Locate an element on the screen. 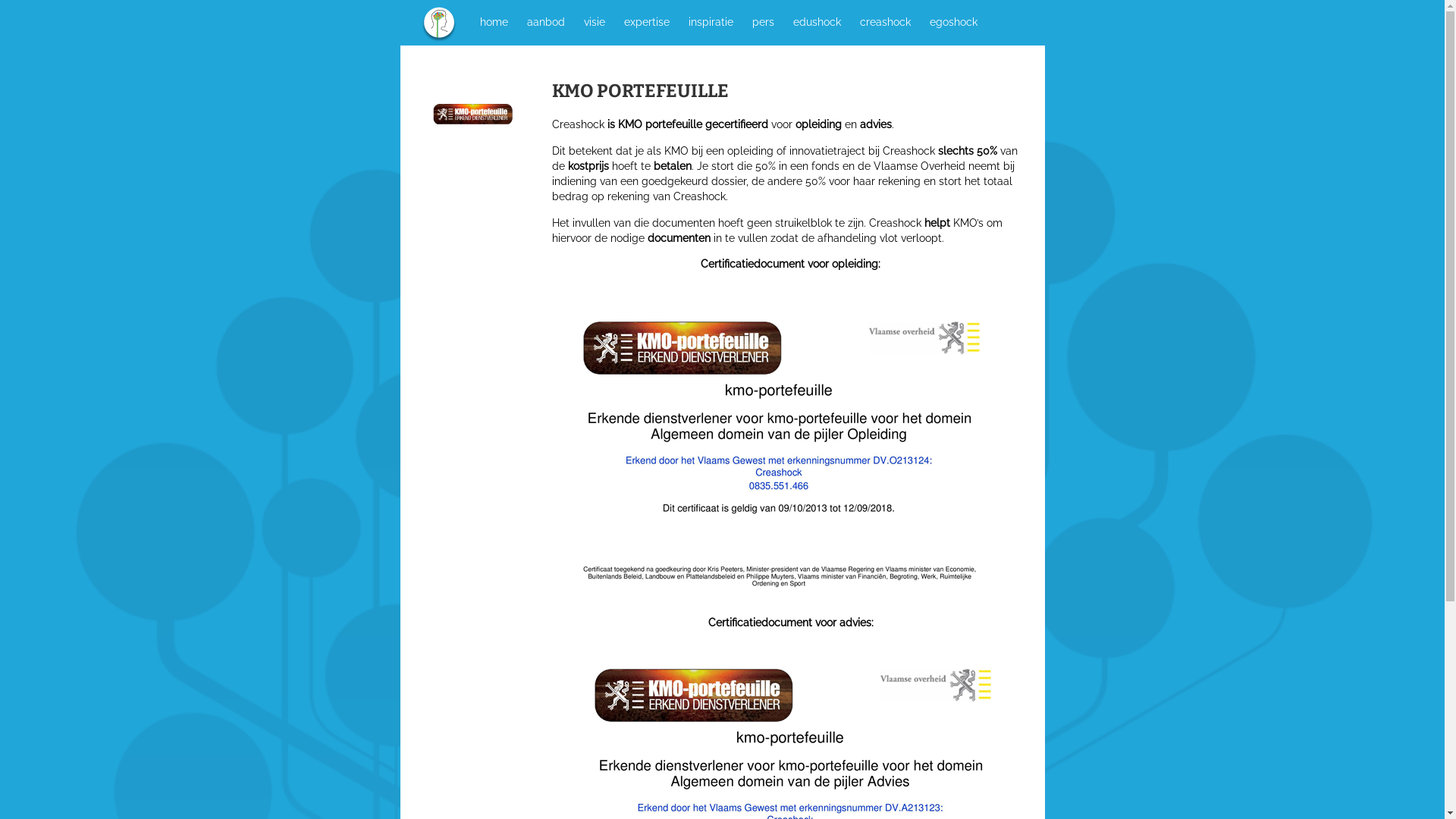  'edushock' is located at coordinates (815, 21).